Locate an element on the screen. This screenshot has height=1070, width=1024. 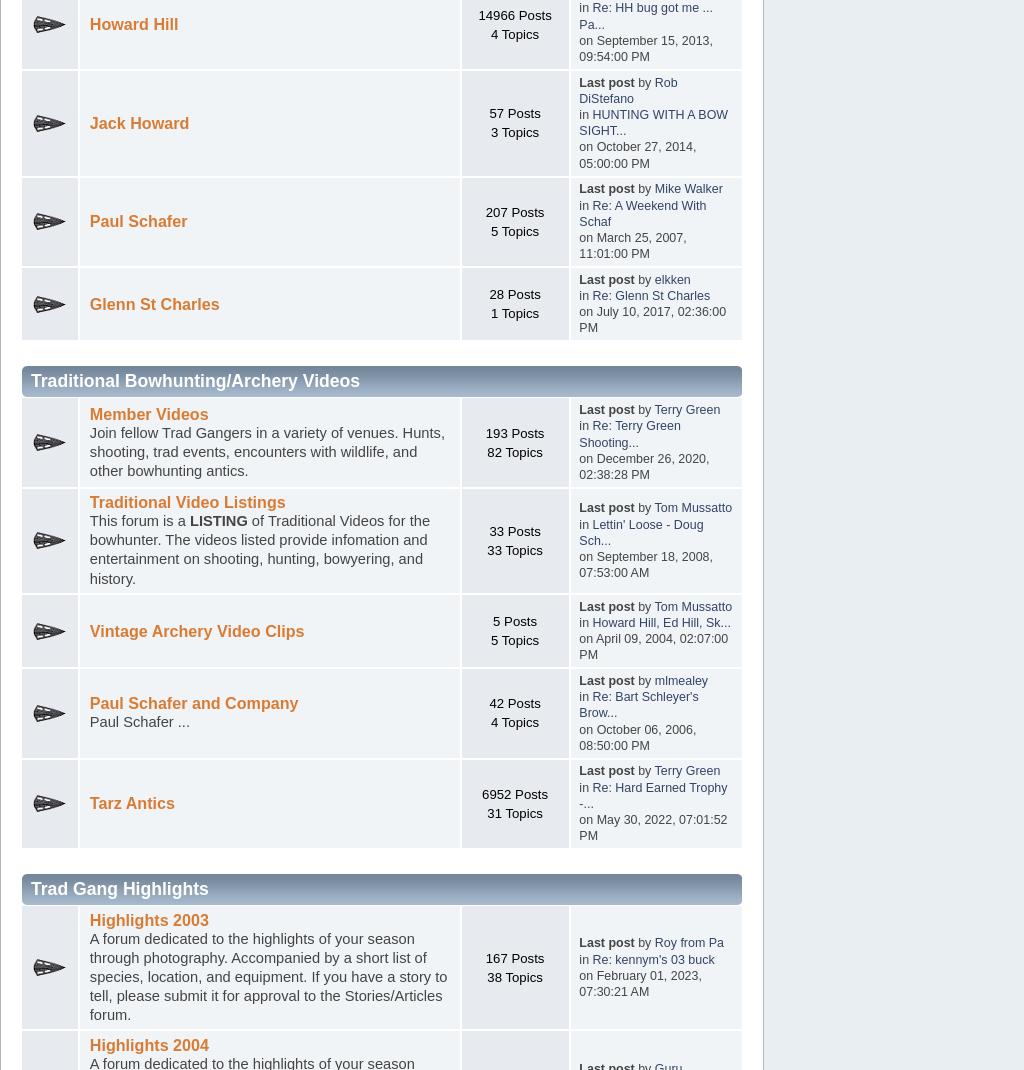
'6952 Posts' is located at coordinates (514, 792).